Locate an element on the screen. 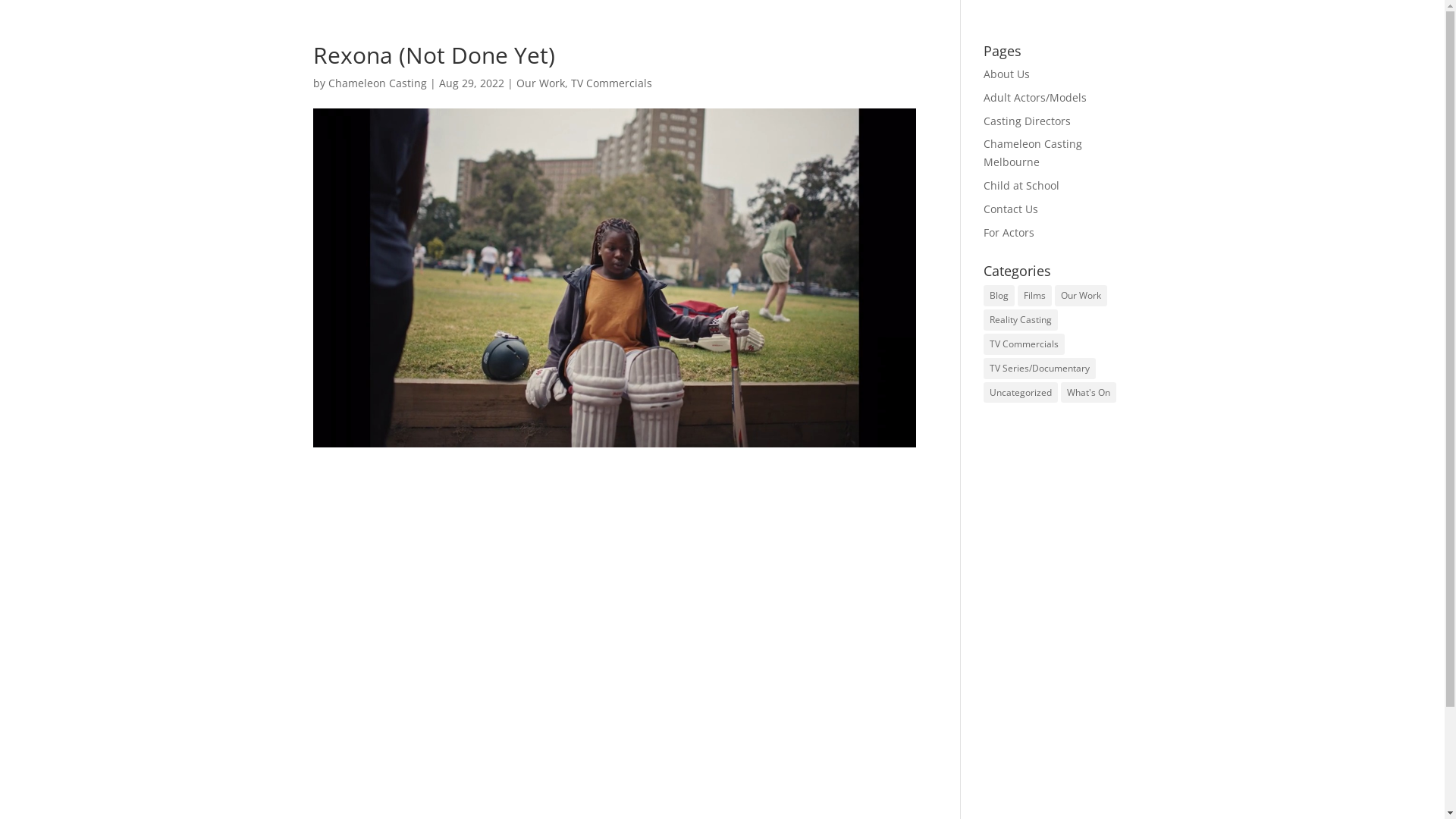 The width and height of the screenshot is (1456, 819). 'Our Work' is located at coordinates (1054, 295).